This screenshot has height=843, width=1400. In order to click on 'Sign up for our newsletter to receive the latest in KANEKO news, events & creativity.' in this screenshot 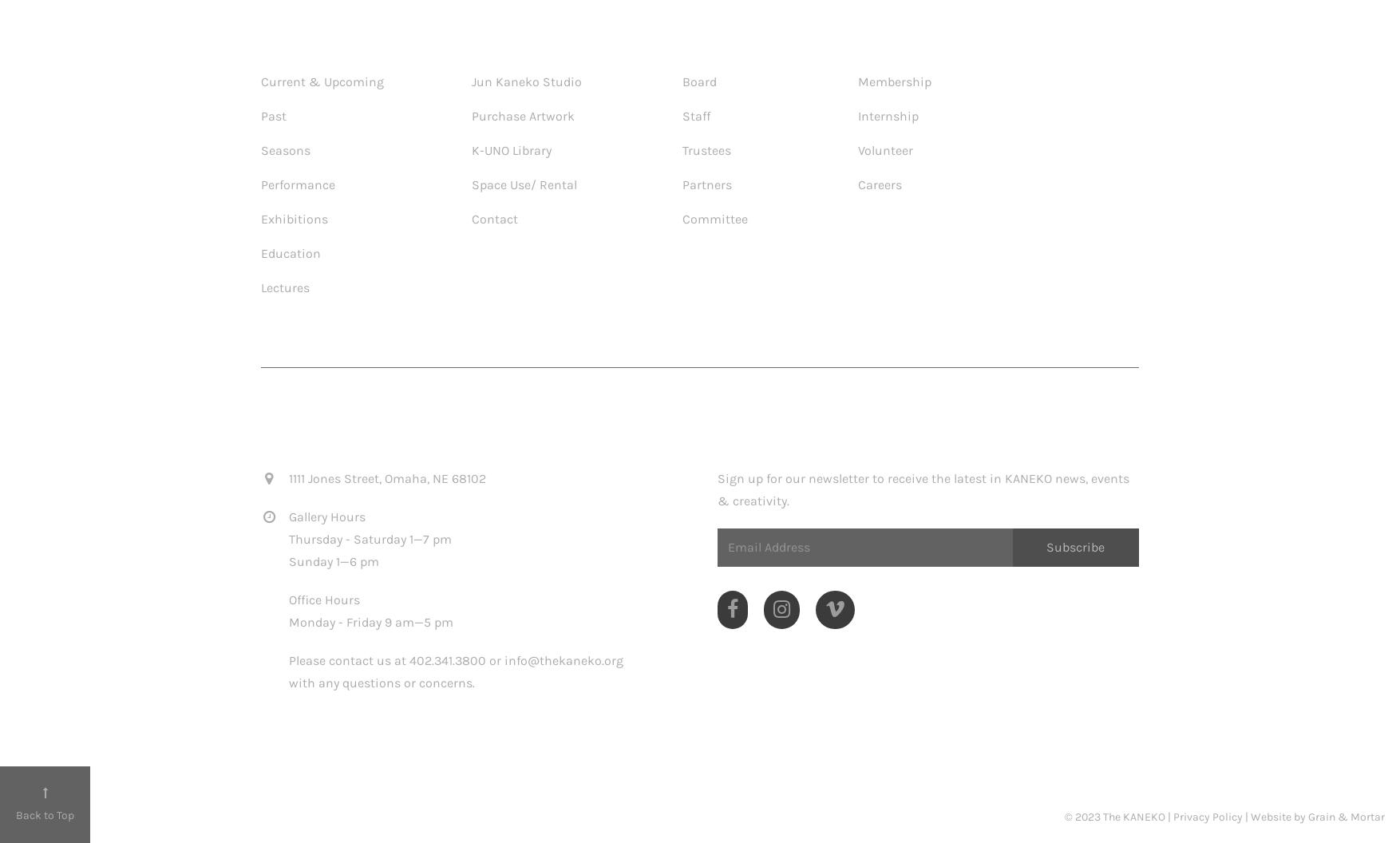, I will do `click(922, 488)`.